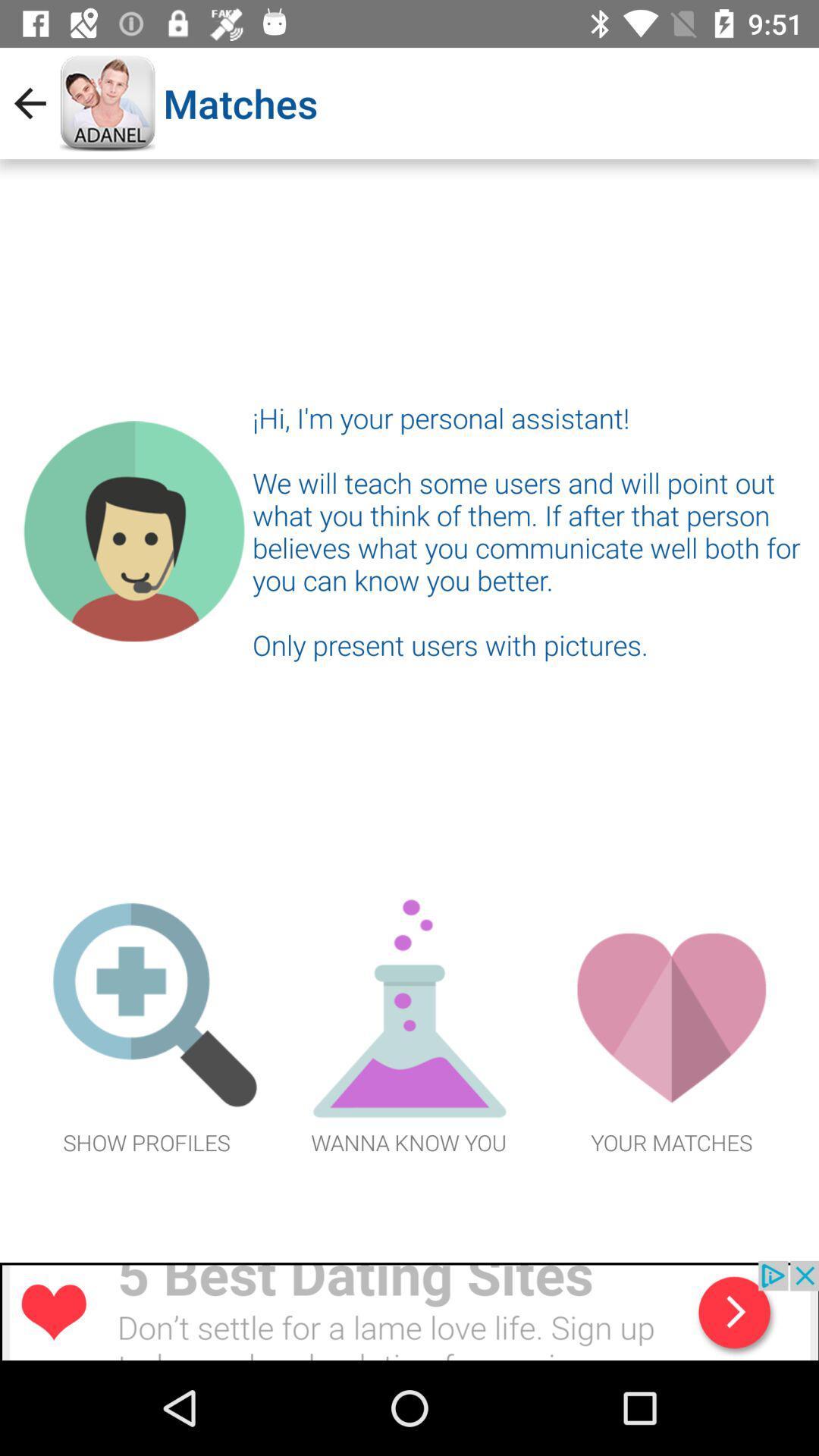 This screenshot has height=1456, width=819. What do you see at coordinates (409, 1310) in the screenshot?
I see `follow advertisement banner` at bounding box center [409, 1310].